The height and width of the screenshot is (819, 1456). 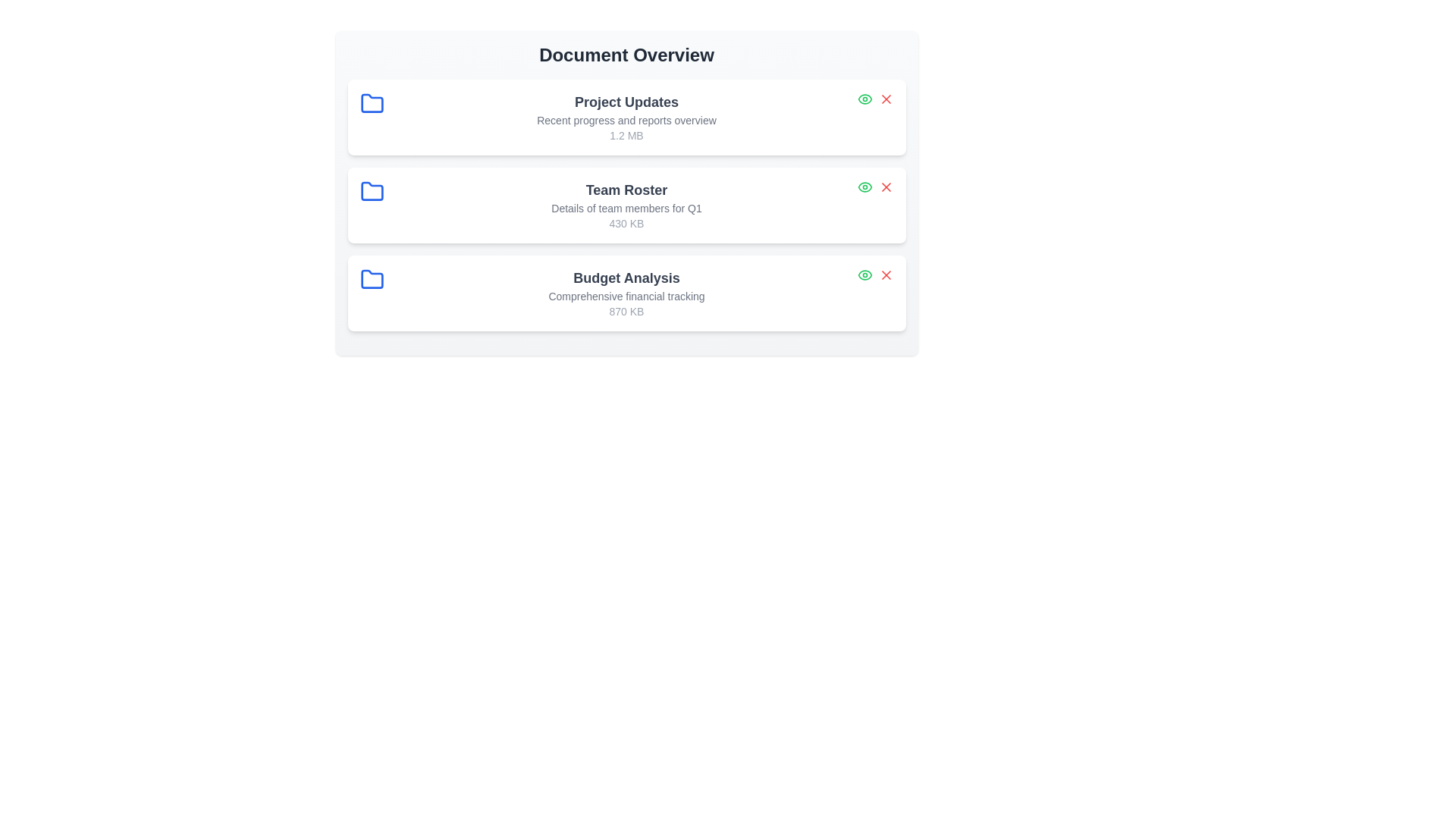 What do you see at coordinates (626, 293) in the screenshot?
I see `the item Budget Analysis to activate its hover state` at bounding box center [626, 293].